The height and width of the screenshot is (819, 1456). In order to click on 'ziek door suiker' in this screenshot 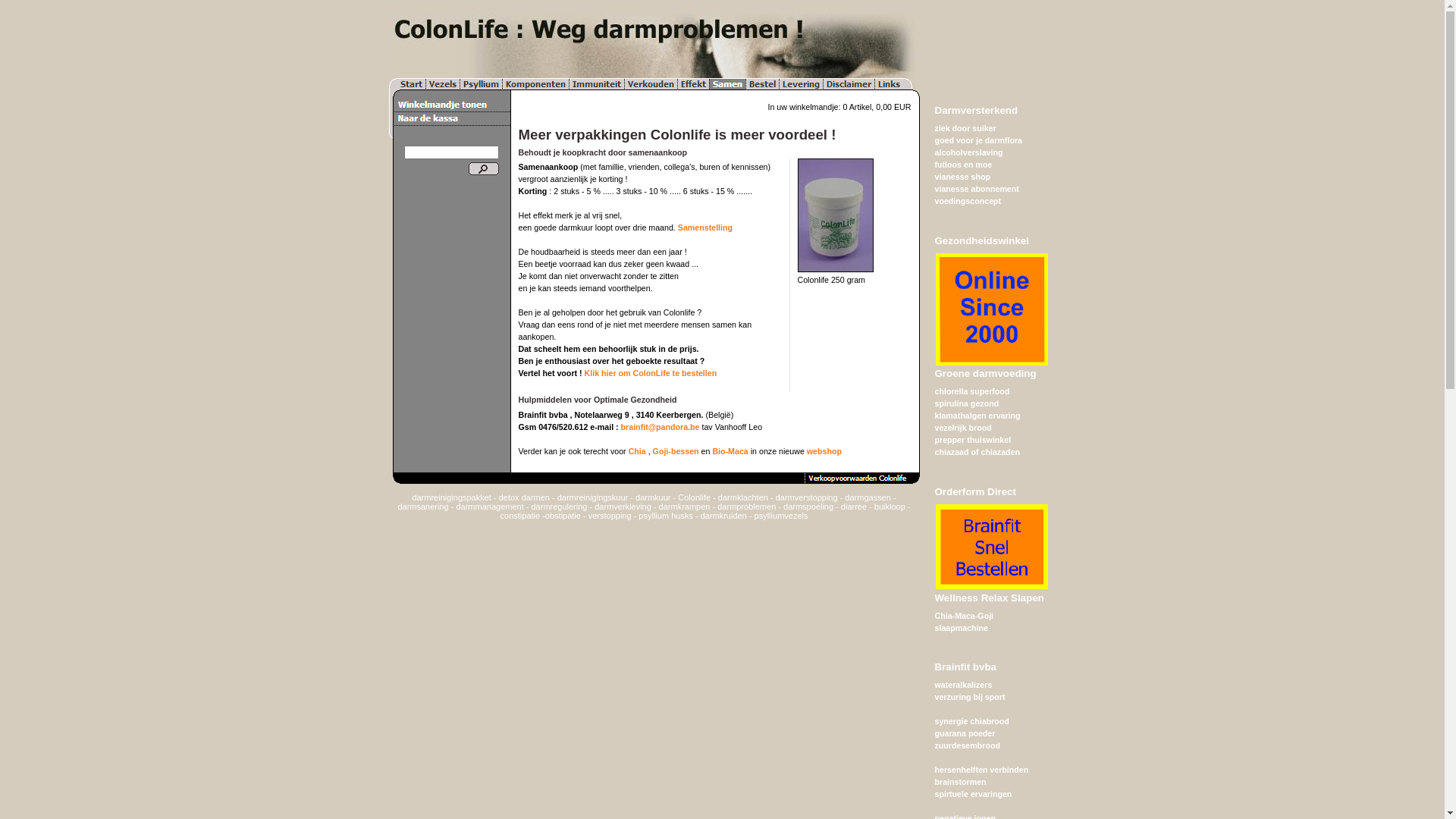, I will do `click(964, 127)`.